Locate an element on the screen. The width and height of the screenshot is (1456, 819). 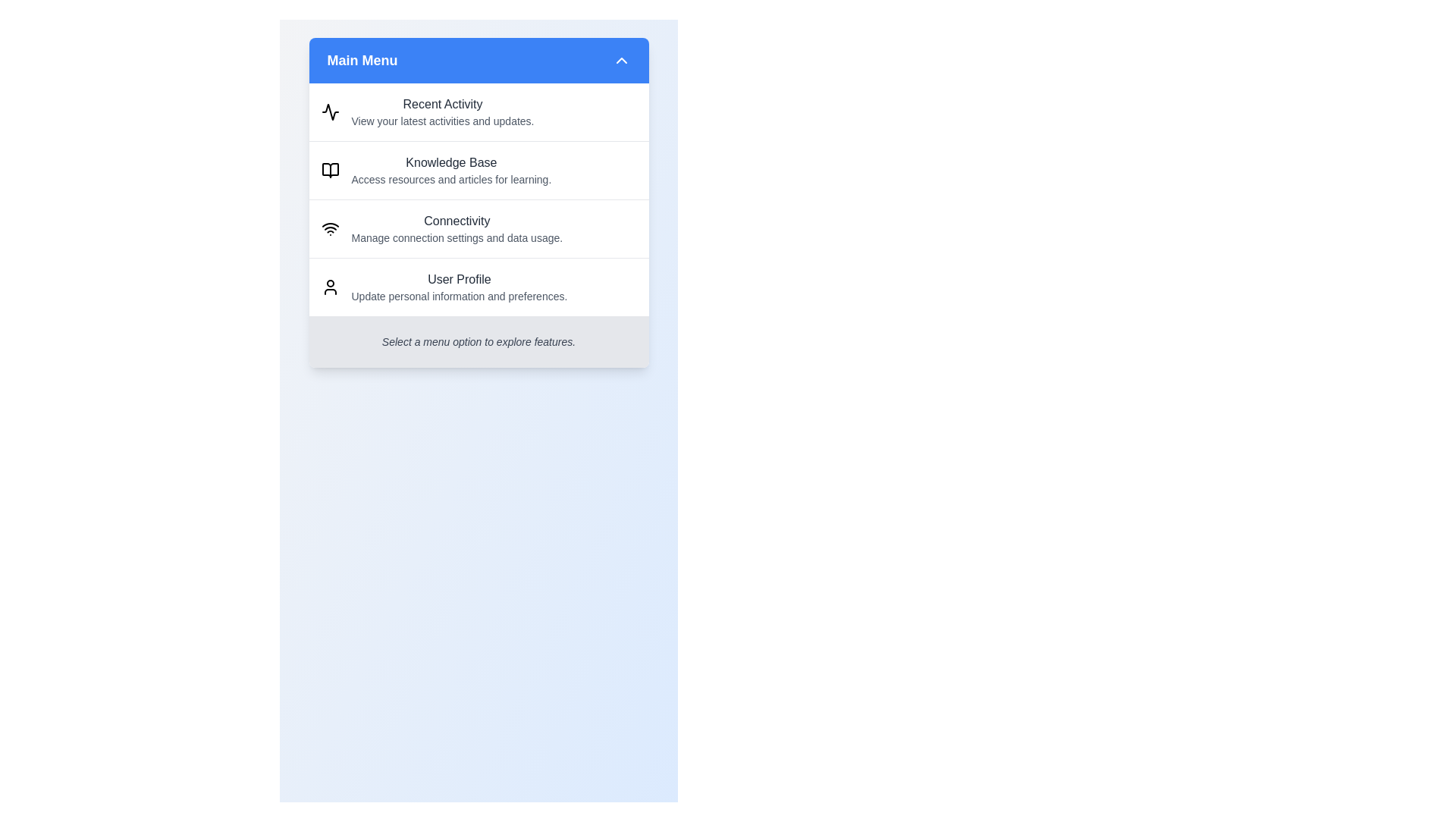
the menu item User Profile by clicking on it is located at coordinates (478, 287).